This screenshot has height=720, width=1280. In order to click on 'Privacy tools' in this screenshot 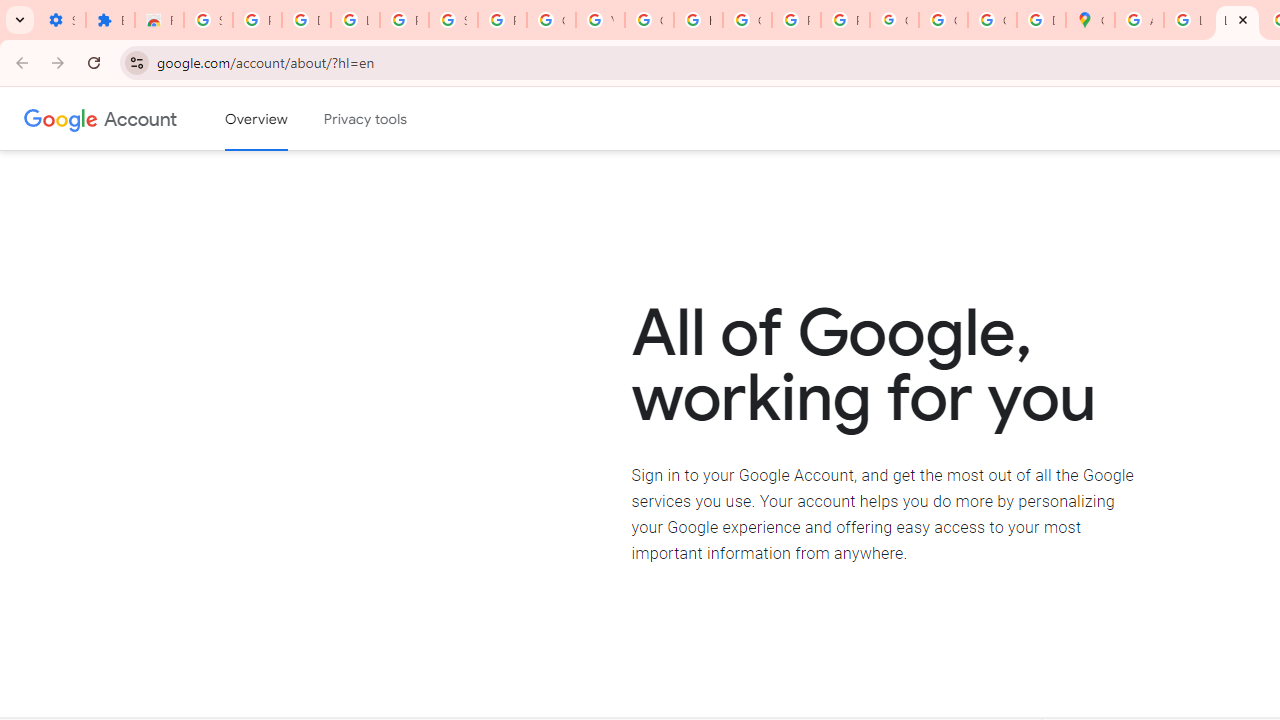, I will do `click(366, 119)`.